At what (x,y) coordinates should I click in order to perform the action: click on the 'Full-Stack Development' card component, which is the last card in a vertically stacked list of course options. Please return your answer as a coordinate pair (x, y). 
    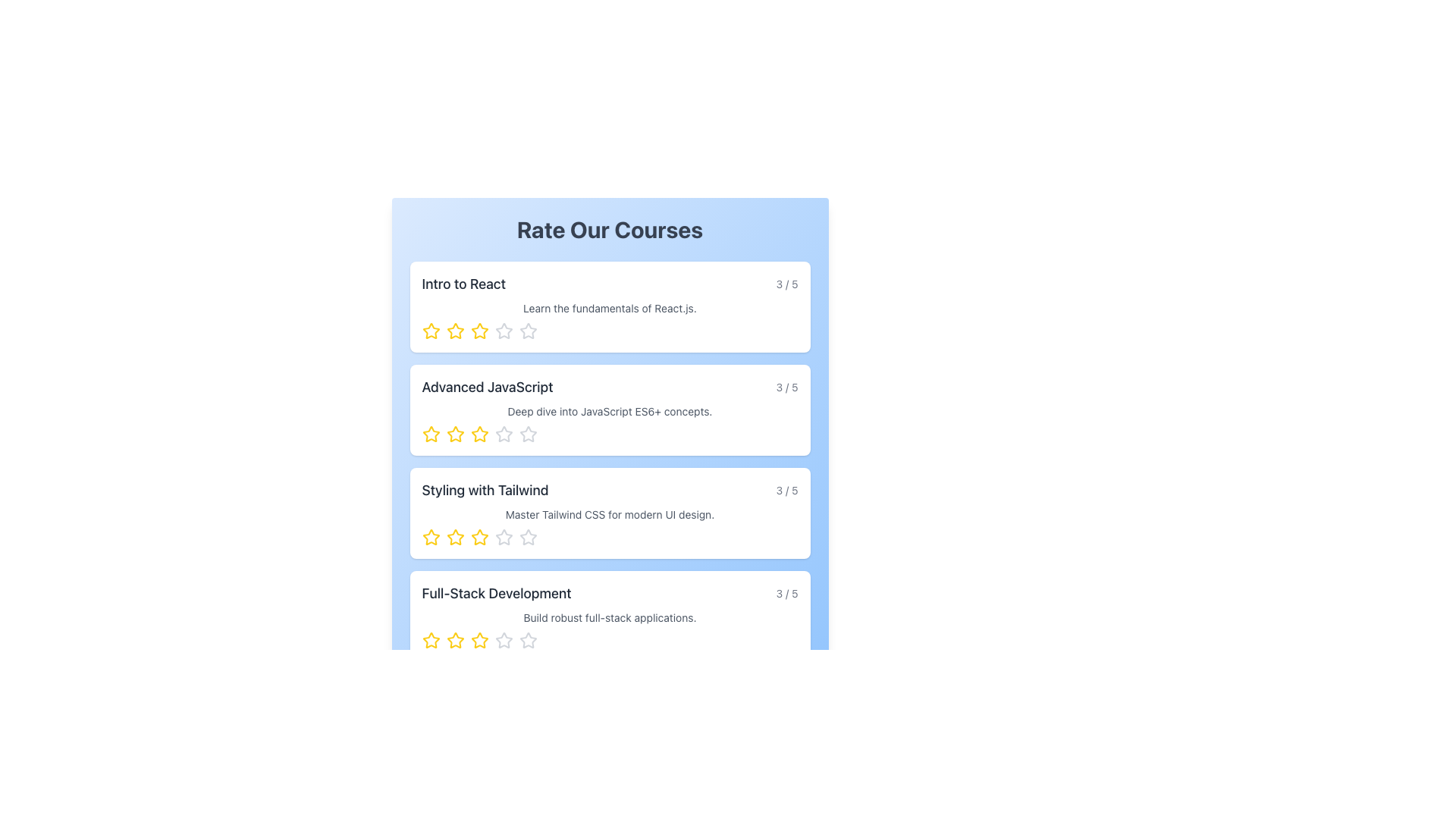
    Looking at the image, I should click on (610, 617).